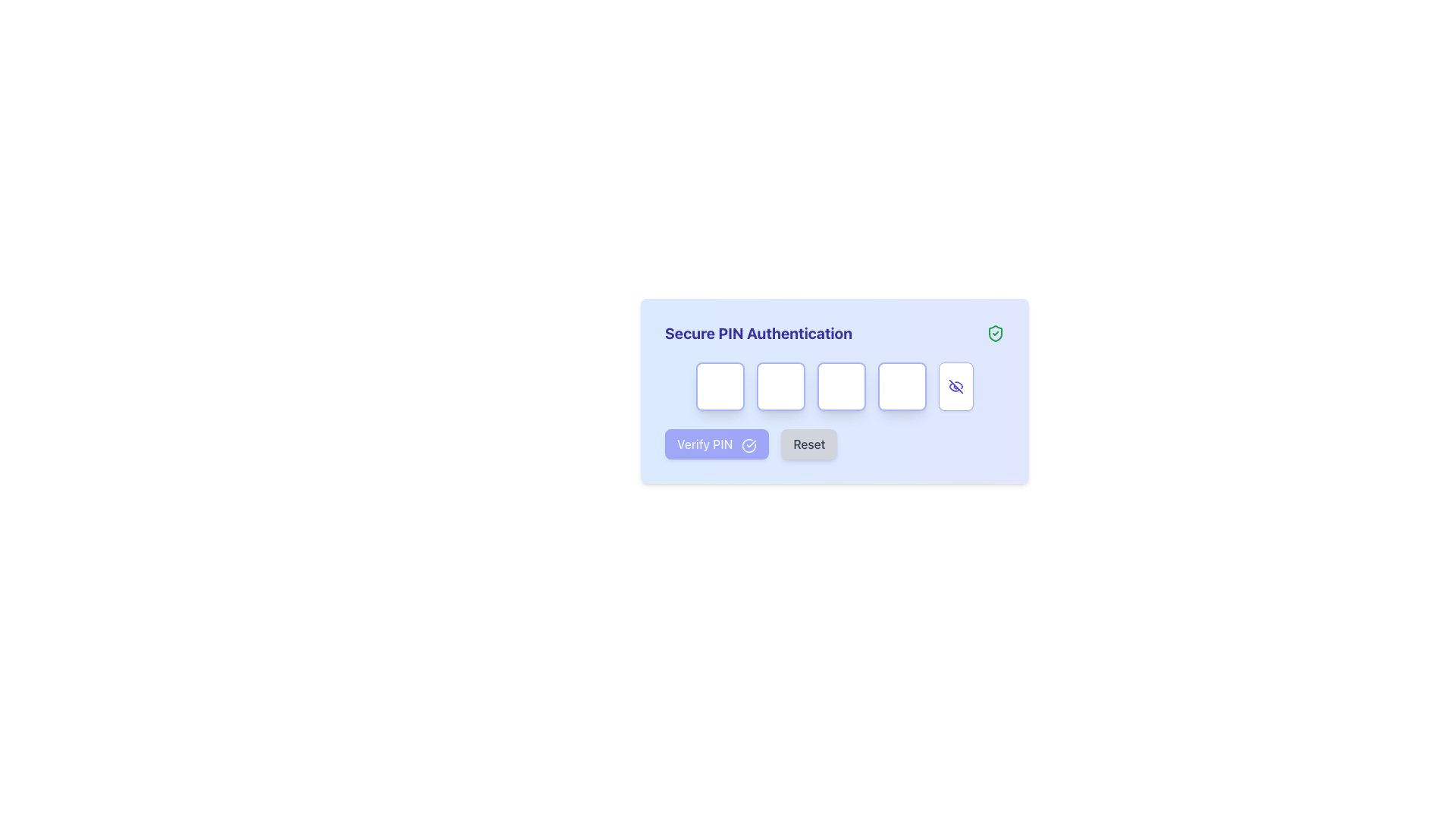 This screenshot has height=819, width=1456. Describe the element at coordinates (996, 332) in the screenshot. I see `the shield icon with a checkmark that indicates successful validation for the 'Secure PIN Authentication' process, located at the rightmost part of the header section` at that location.